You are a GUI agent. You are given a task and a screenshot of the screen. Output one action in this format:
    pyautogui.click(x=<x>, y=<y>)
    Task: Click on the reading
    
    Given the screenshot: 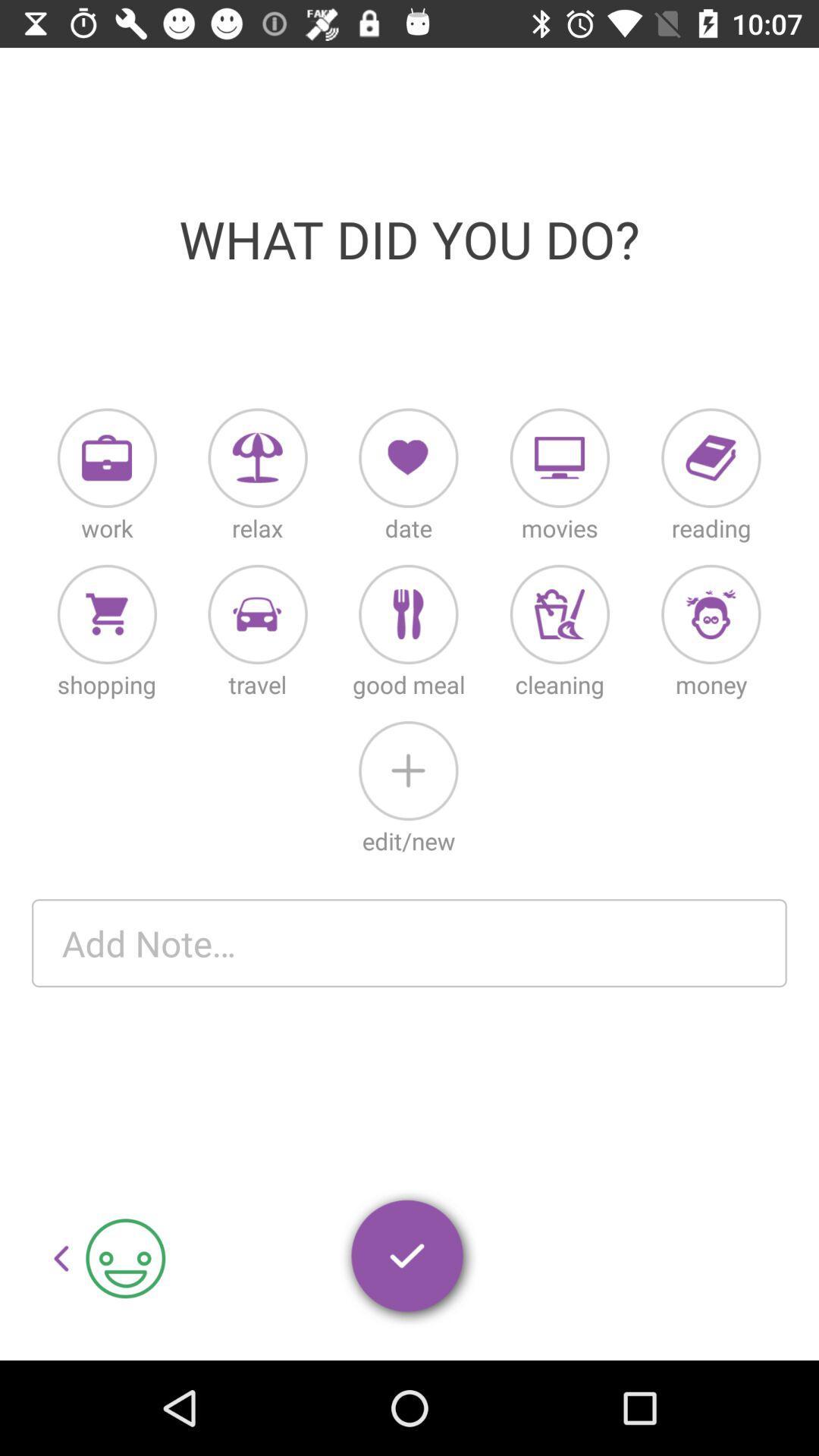 What is the action you would take?
    pyautogui.click(x=711, y=457)
    